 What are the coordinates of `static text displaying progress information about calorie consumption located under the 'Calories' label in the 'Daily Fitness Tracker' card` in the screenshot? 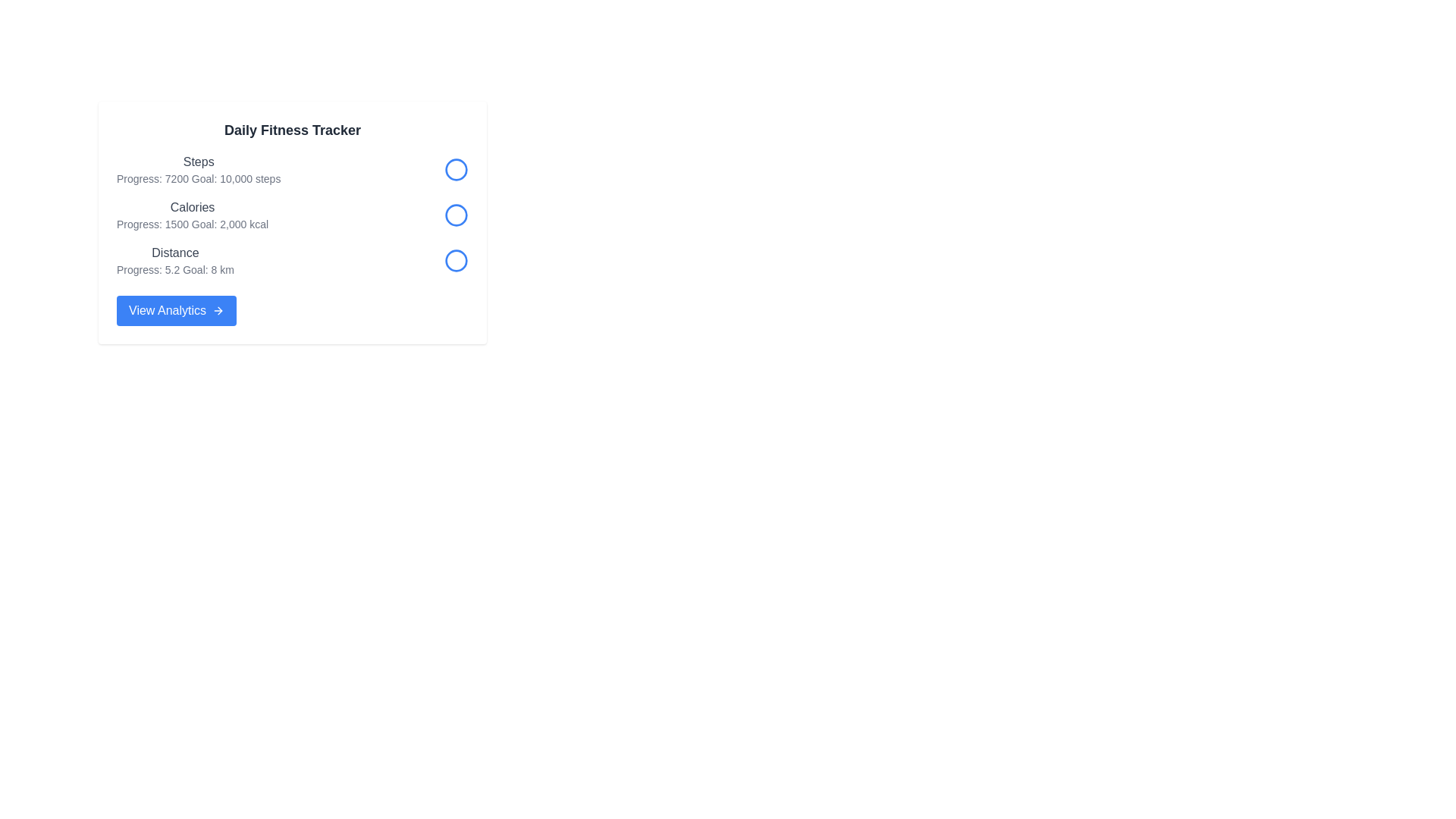 It's located at (192, 224).